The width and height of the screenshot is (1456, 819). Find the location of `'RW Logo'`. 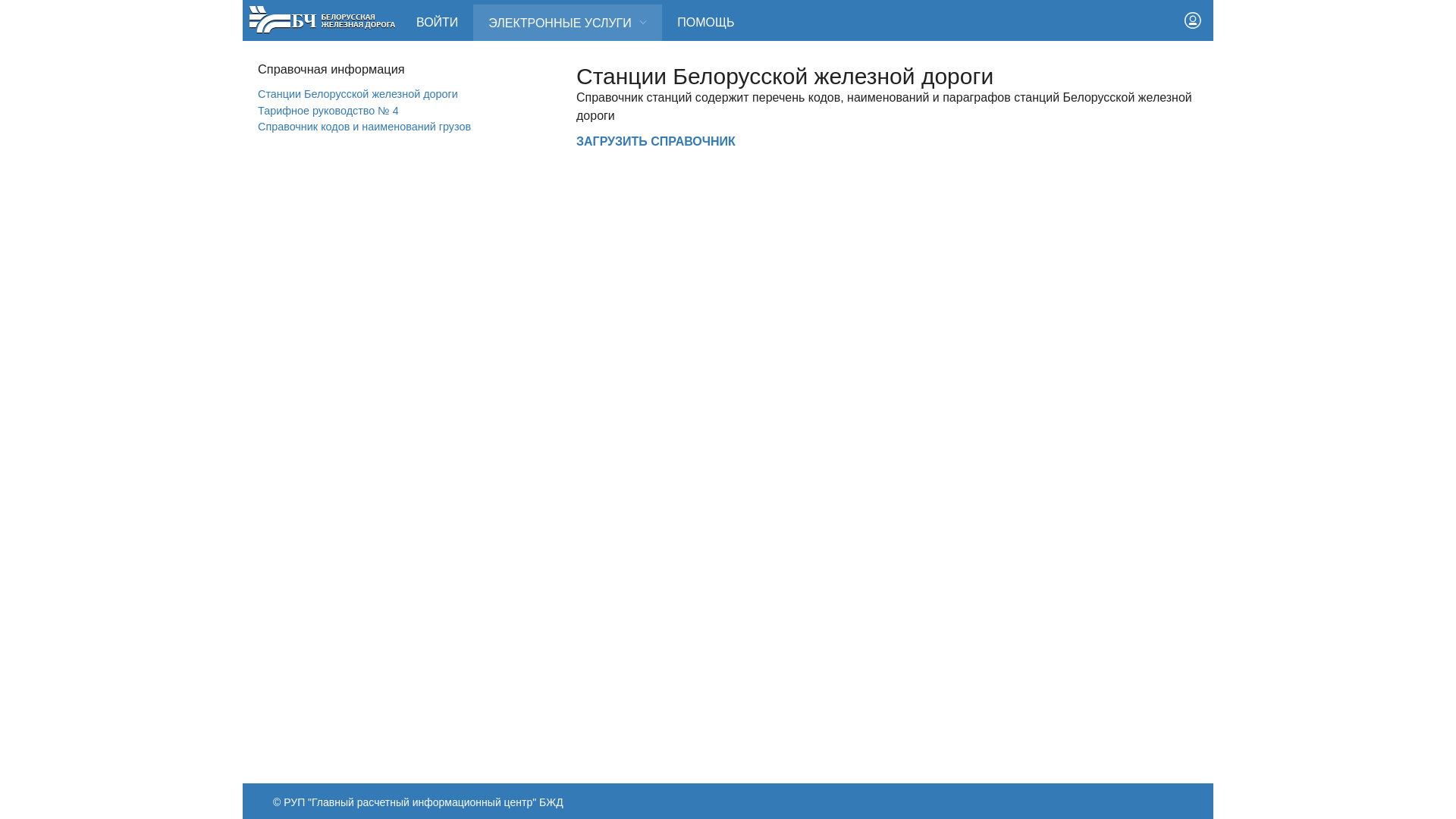

'RW Logo' is located at coordinates (248, 18).